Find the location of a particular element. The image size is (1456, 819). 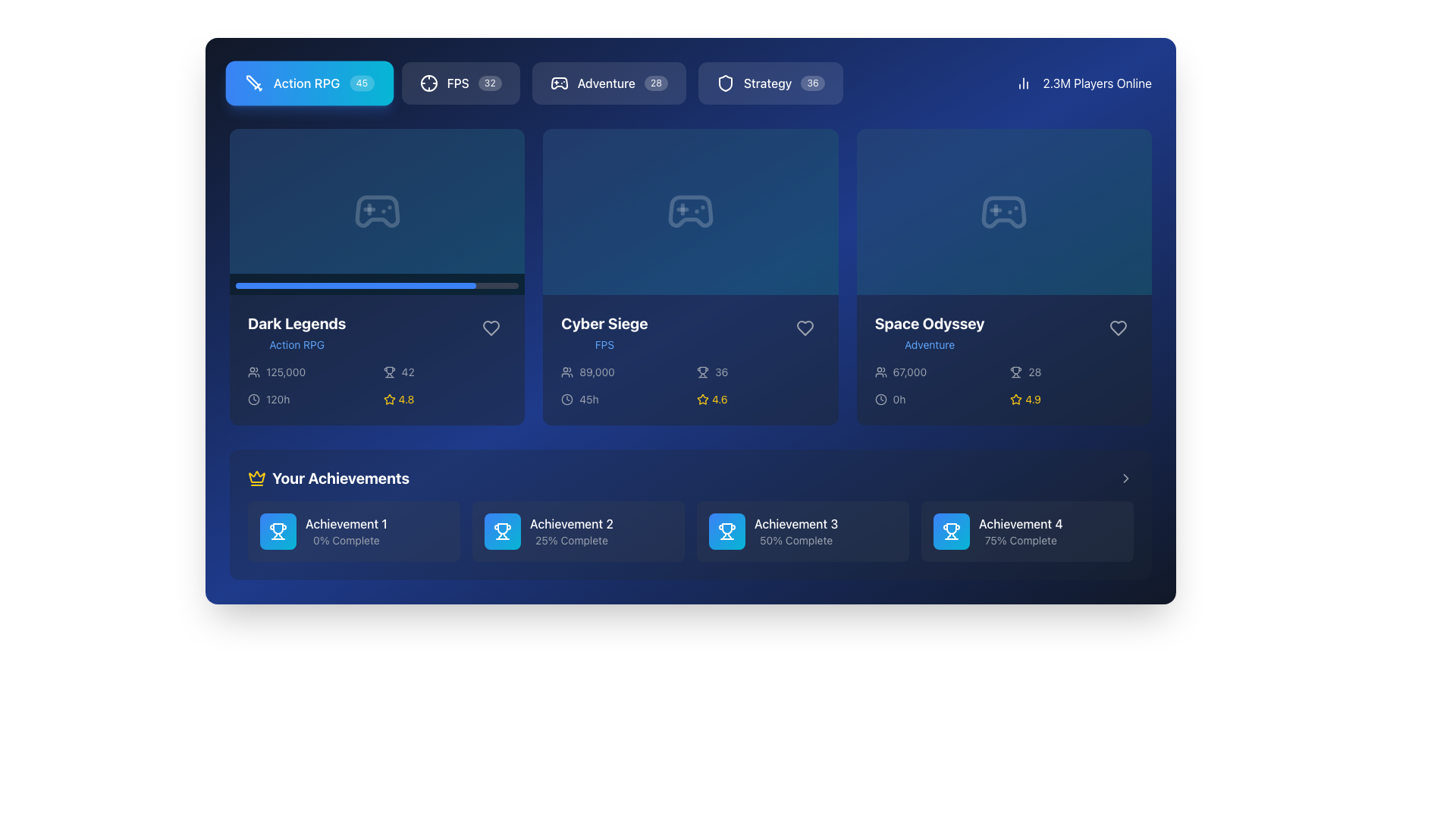

the 'Achievement 4' text label, which indicates the title of the corresponding achievement and is located in the 'Your Achievements' section, specifically positioned above '75% Complete' in the fourth achievement card is located at coordinates (1021, 522).